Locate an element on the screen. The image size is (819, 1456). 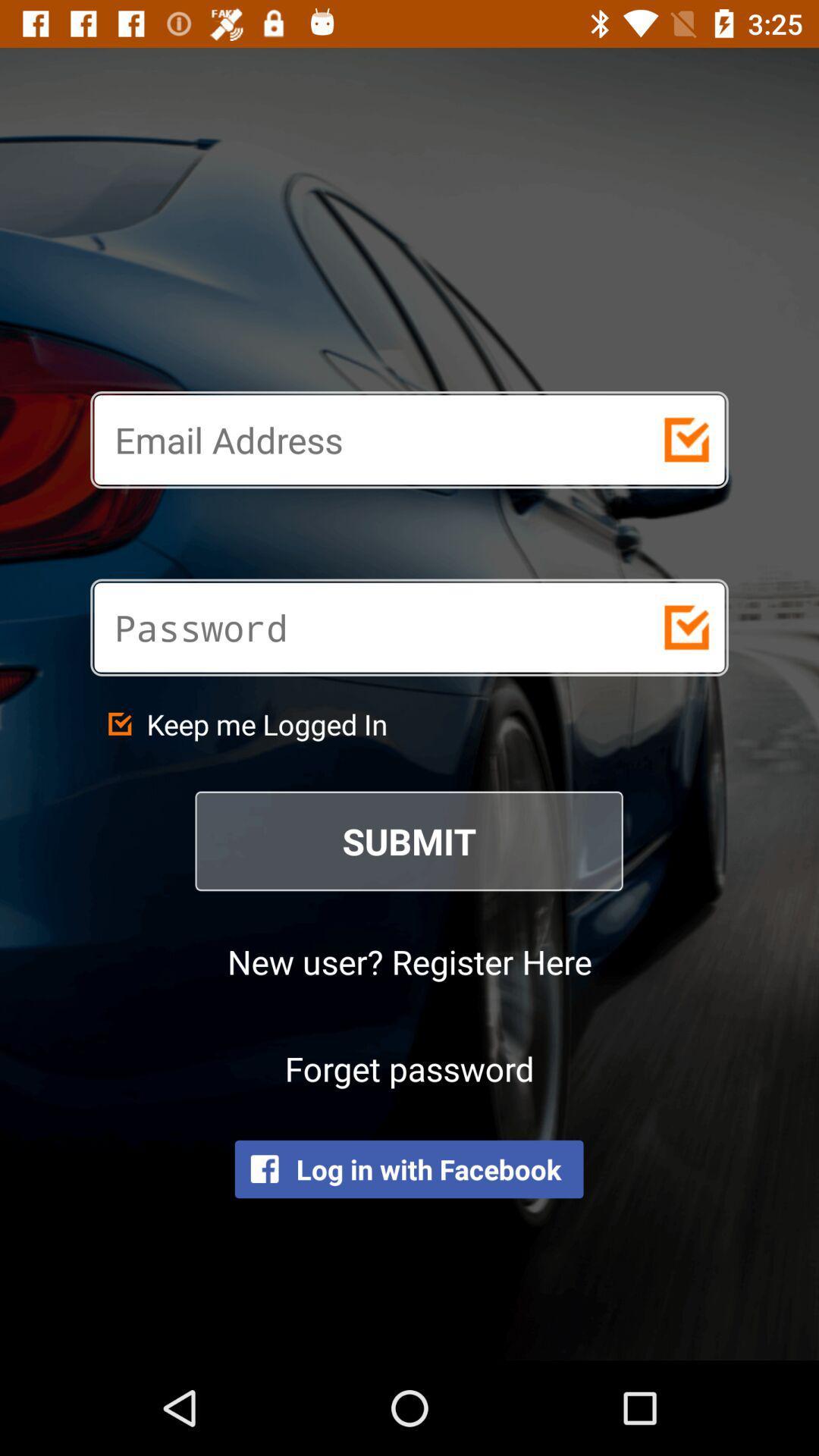
icon above new user register is located at coordinates (409, 840).